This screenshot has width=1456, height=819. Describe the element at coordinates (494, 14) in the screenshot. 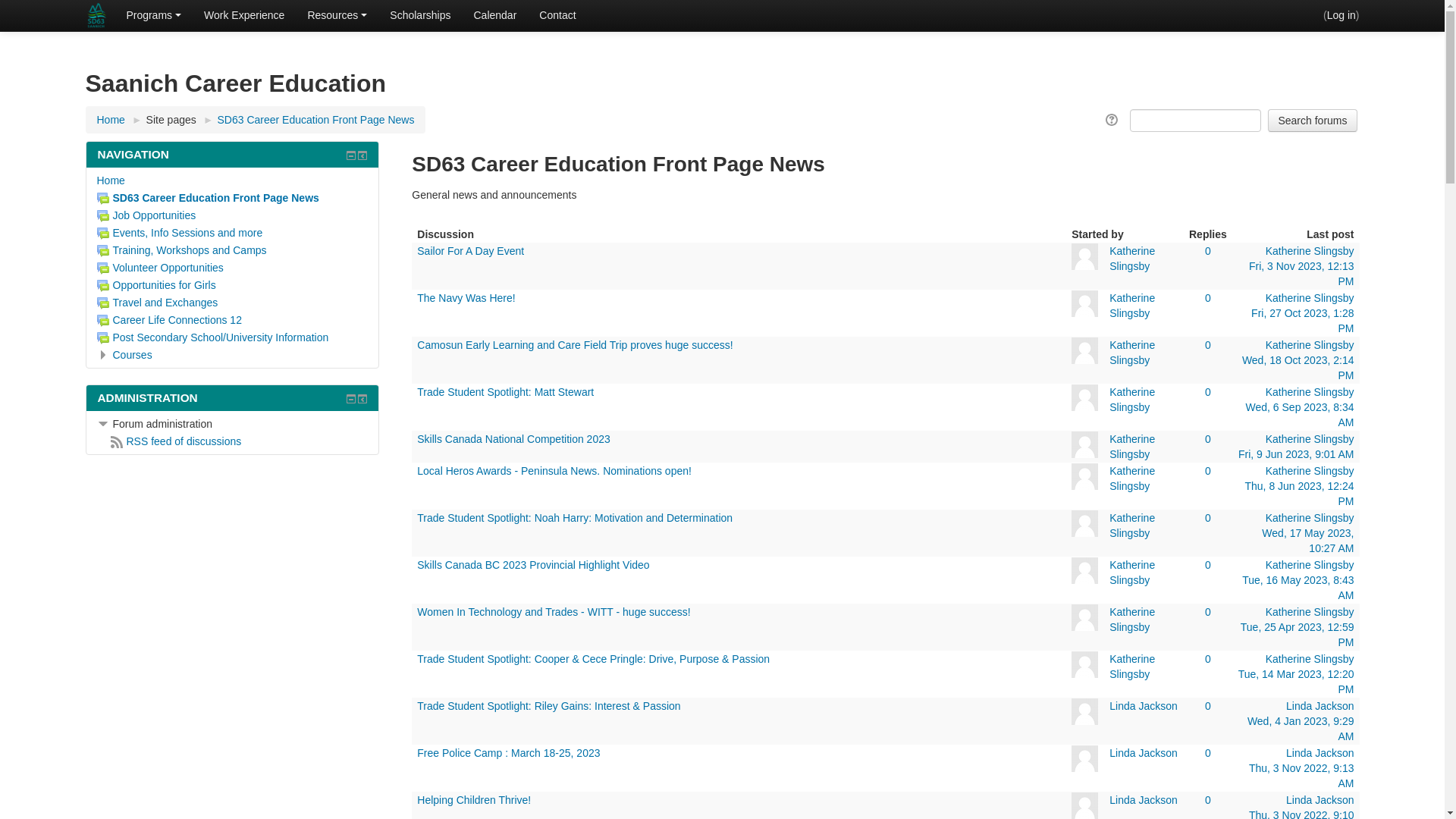

I see `'Calendar'` at that location.